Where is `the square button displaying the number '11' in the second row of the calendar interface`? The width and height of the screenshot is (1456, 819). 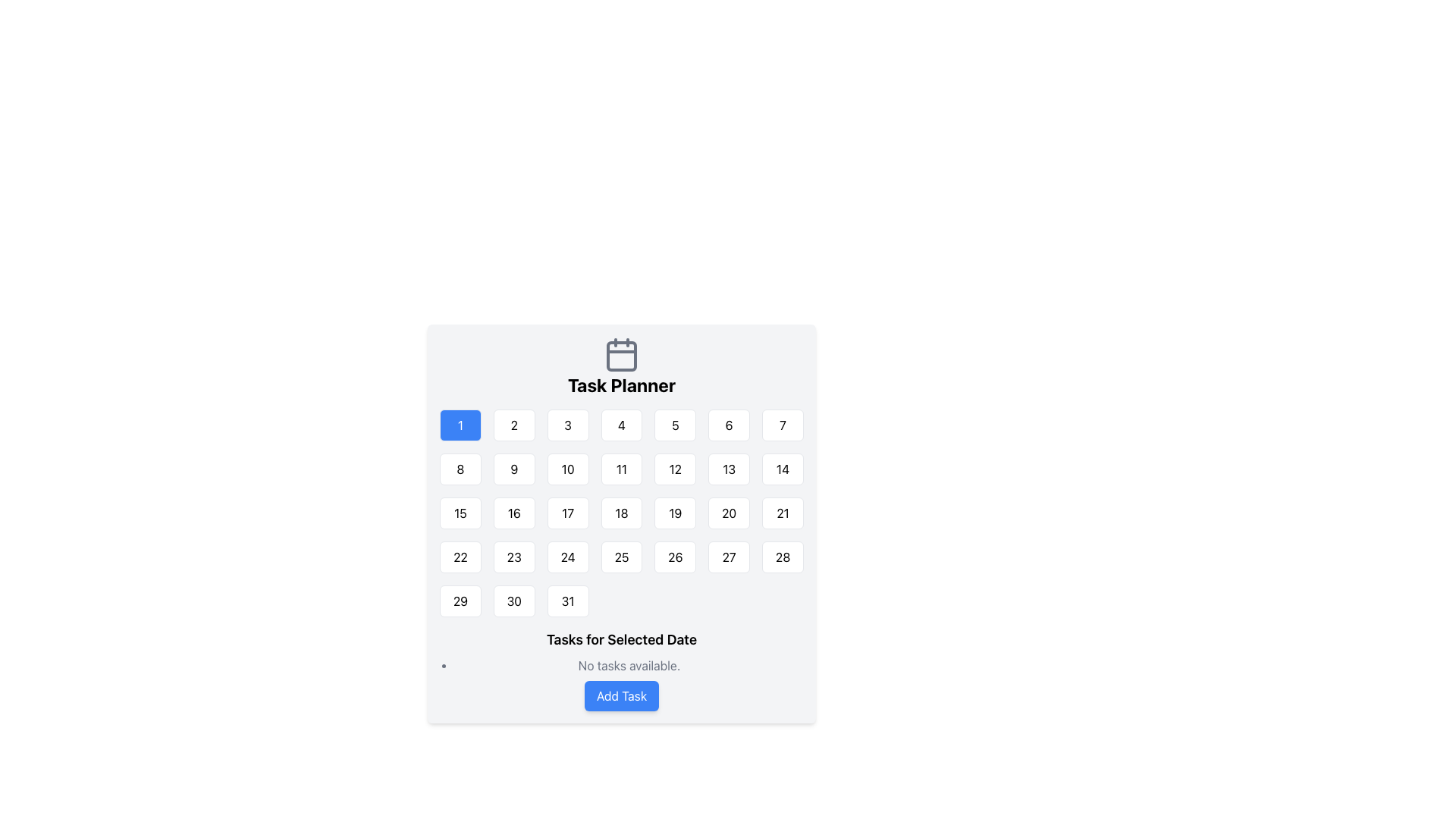 the square button displaying the number '11' in the second row of the calendar interface is located at coordinates (622, 468).